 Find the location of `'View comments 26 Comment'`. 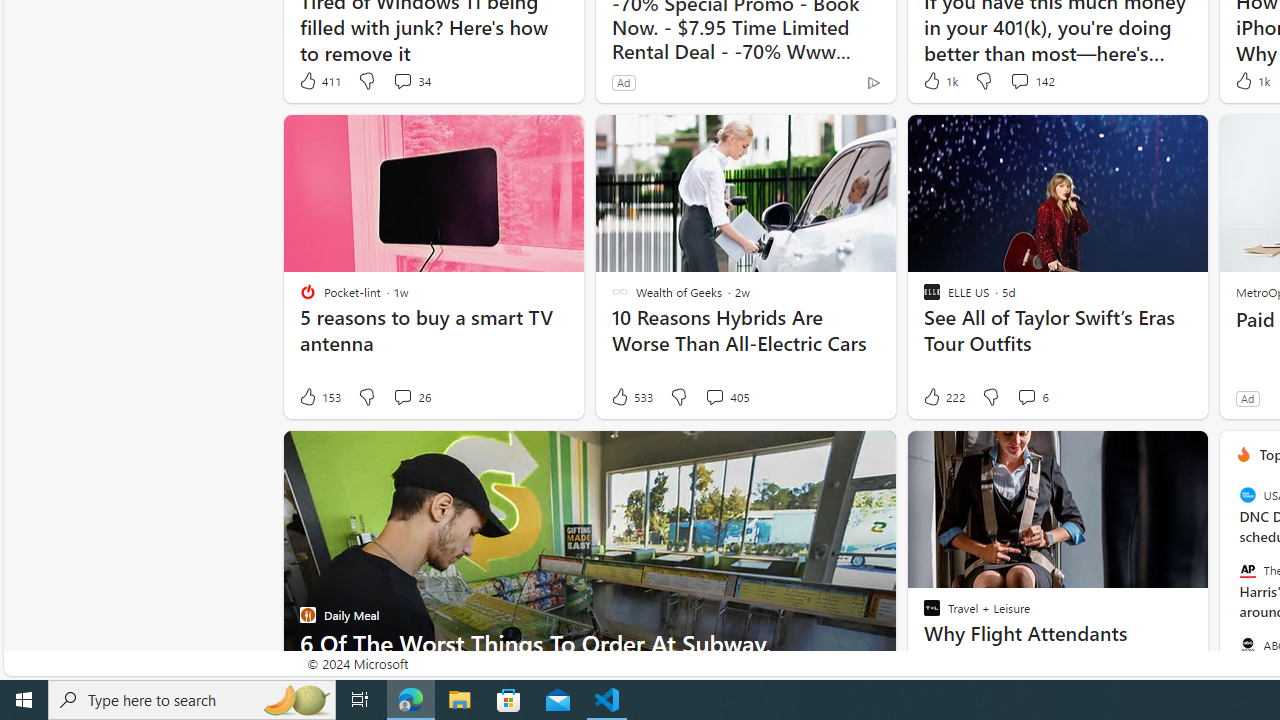

'View comments 26 Comment' is located at coordinates (401, 397).